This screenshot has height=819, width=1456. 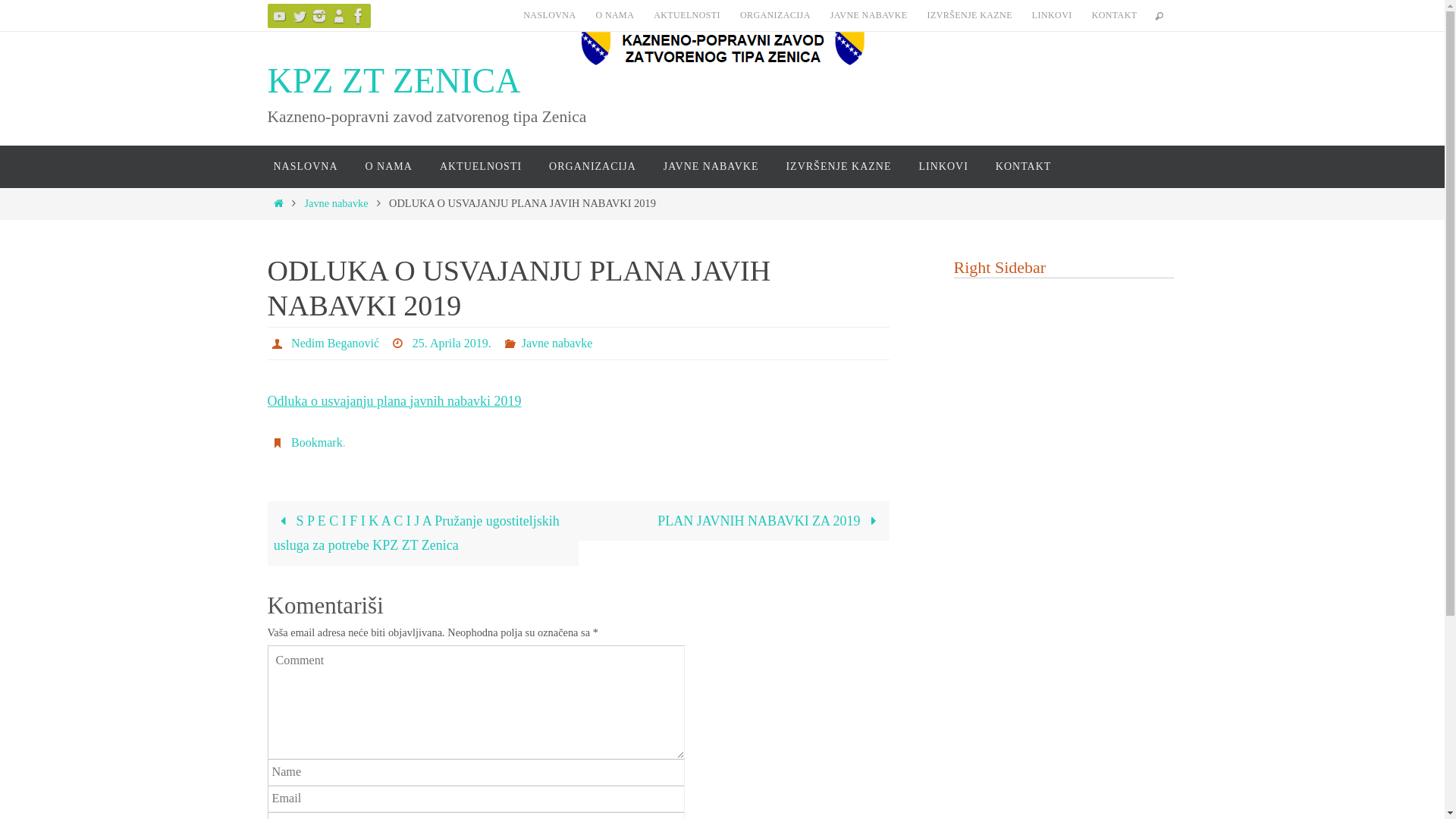 What do you see at coordinates (271, 202) in the screenshot?
I see `'Home'` at bounding box center [271, 202].